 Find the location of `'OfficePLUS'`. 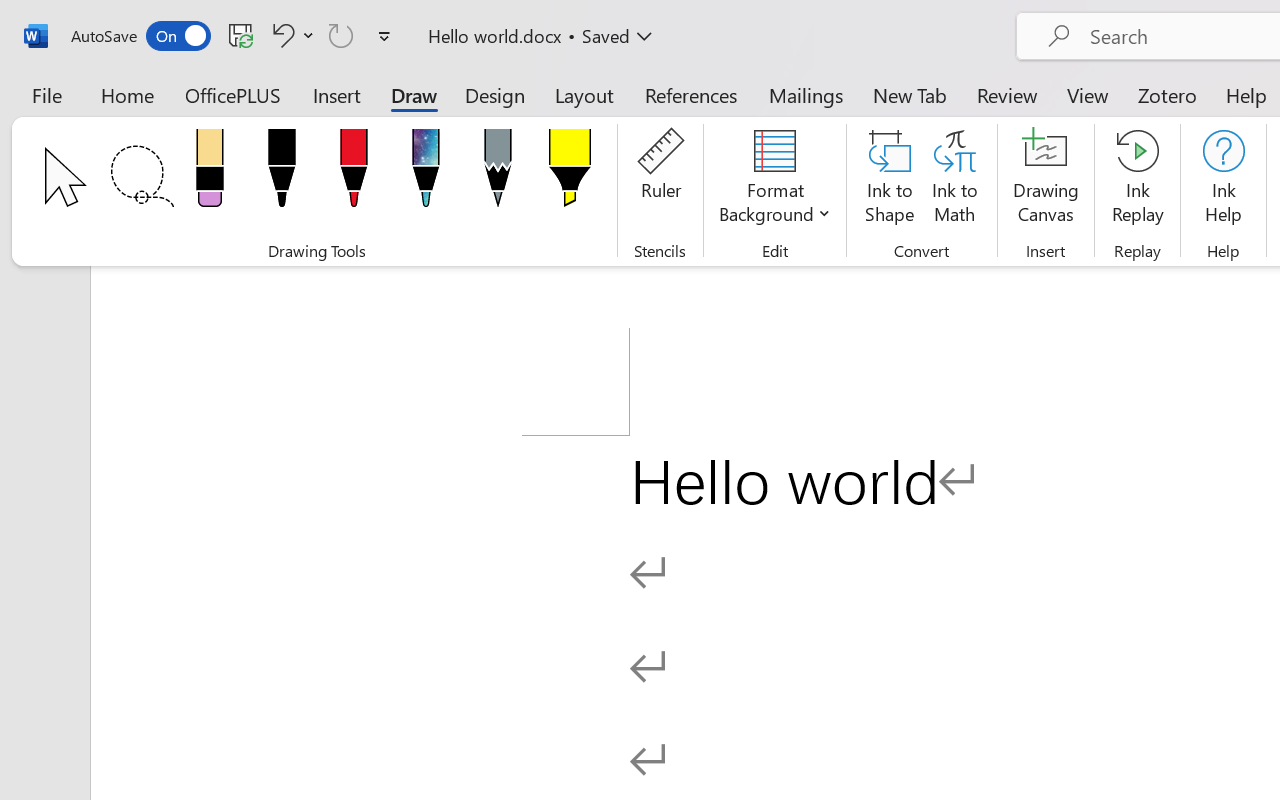

'OfficePLUS' is located at coordinates (233, 94).